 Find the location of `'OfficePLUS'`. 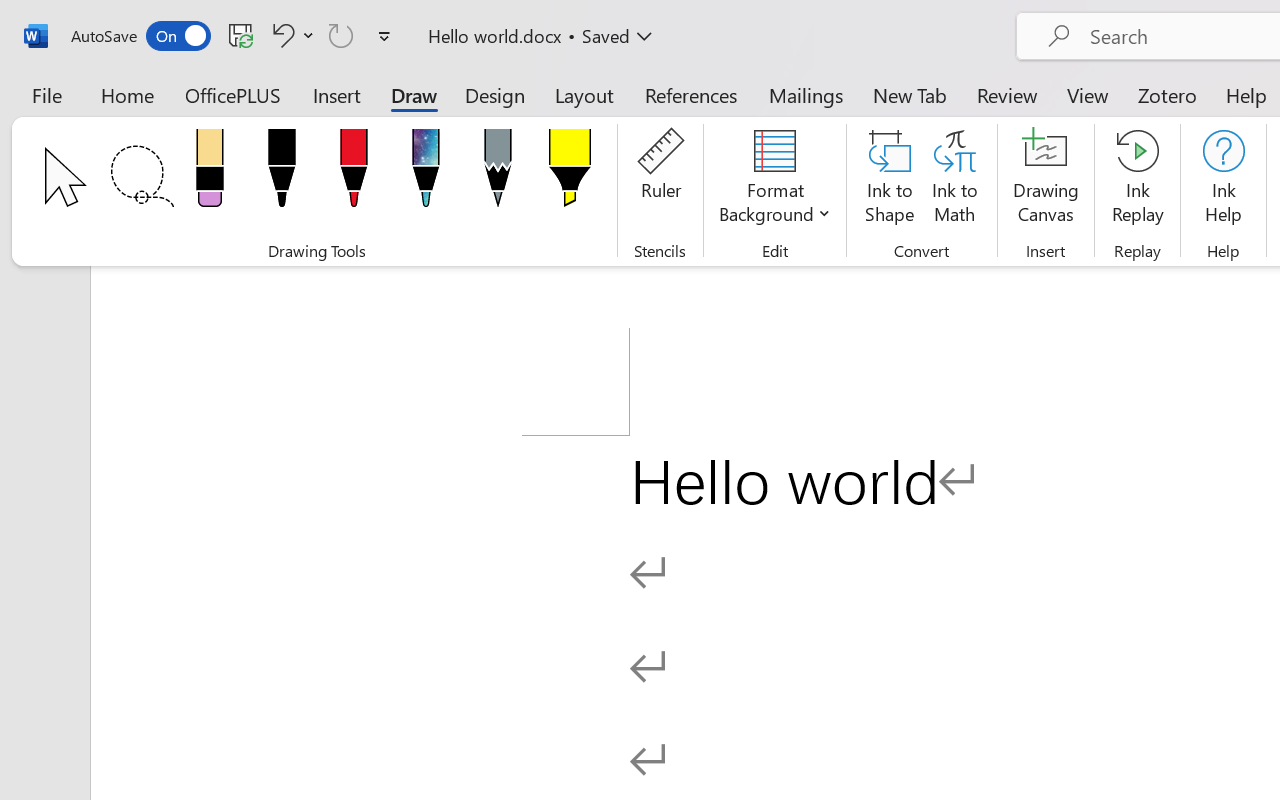

'OfficePLUS' is located at coordinates (233, 94).